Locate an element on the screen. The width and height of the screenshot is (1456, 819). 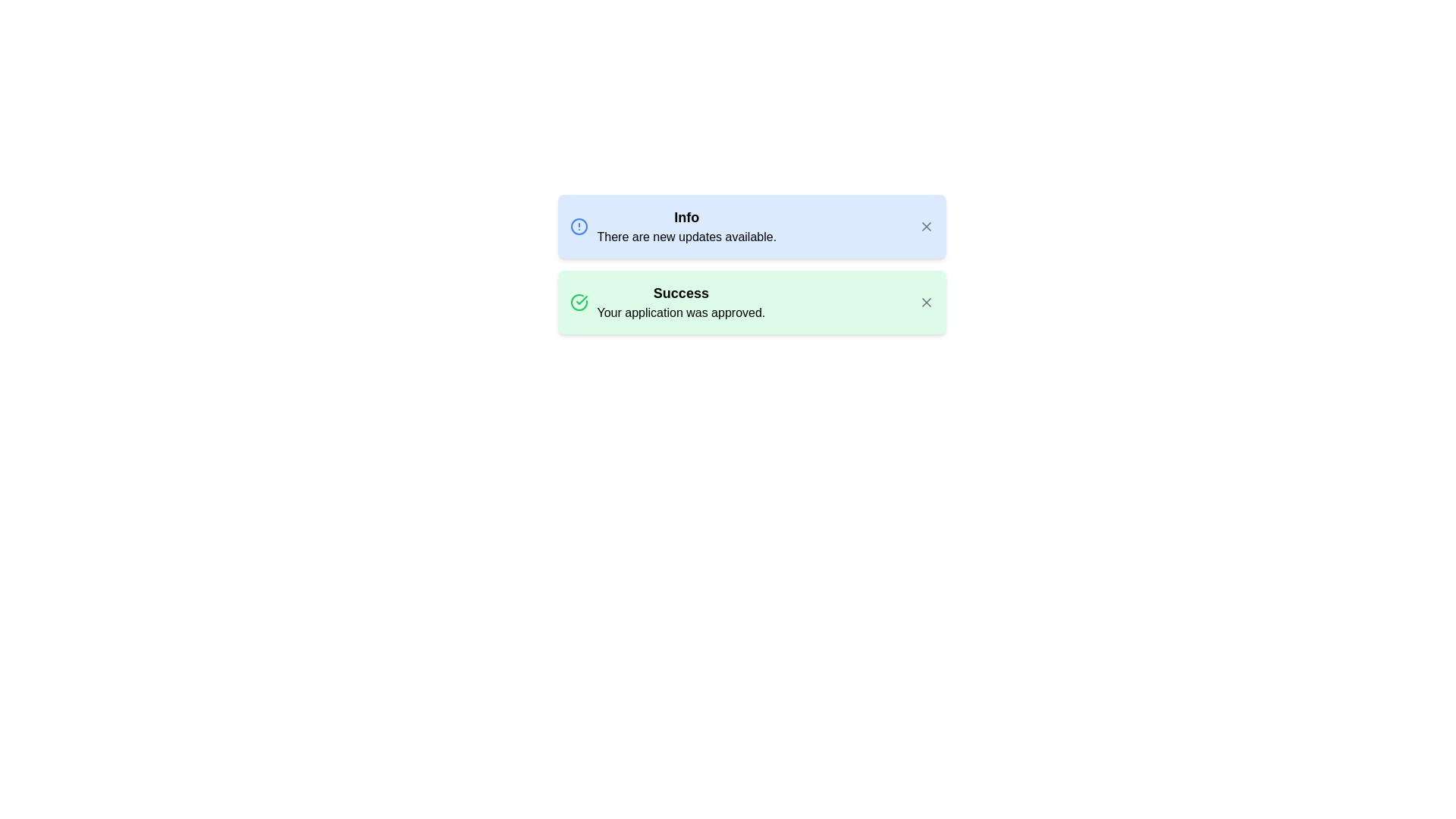
the circular checkmark icon with a green outline, which indicates success, located to the left of the 'Success' text in the green notification box is located at coordinates (578, 302).